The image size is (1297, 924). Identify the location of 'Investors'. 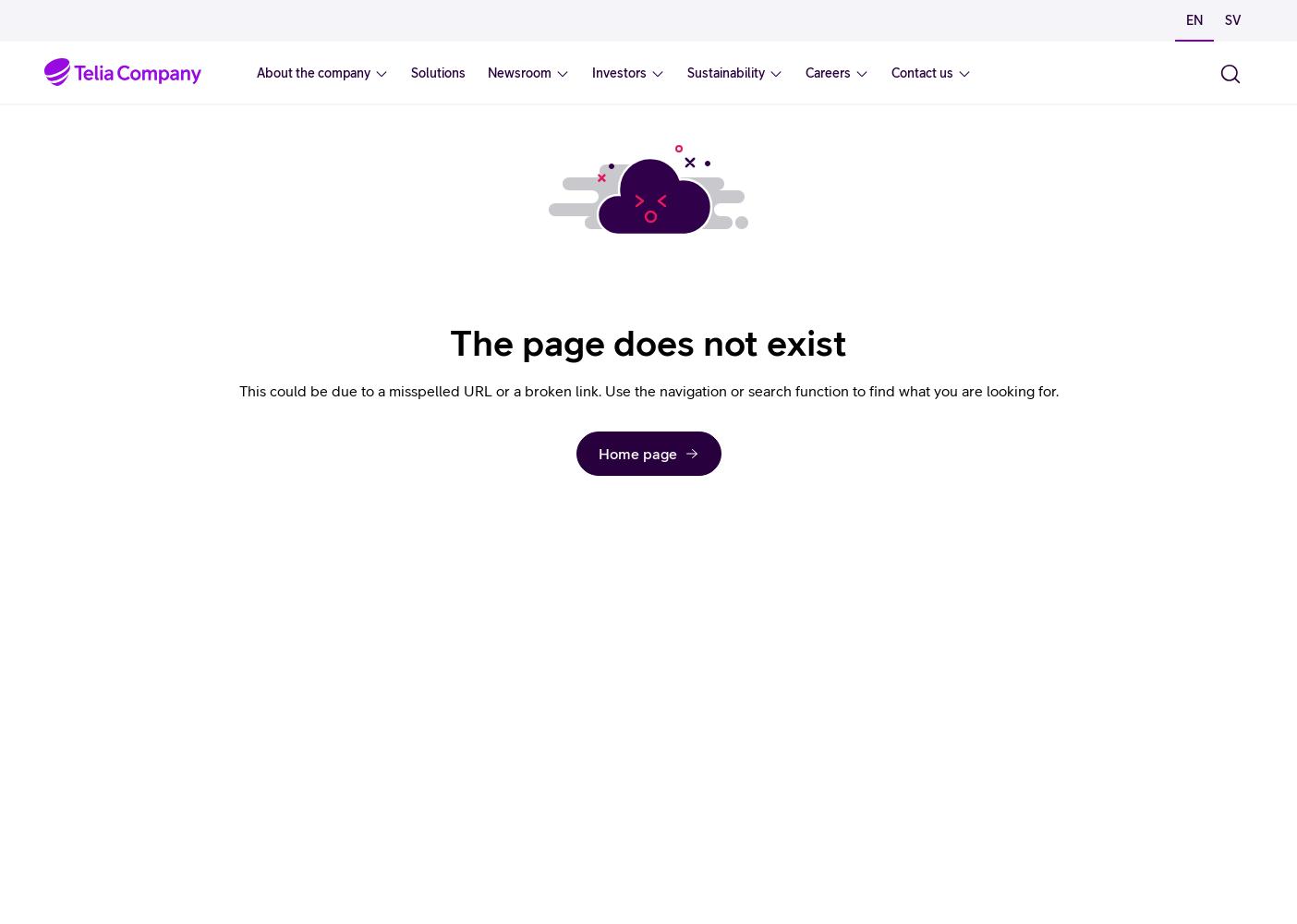
(619, 72).